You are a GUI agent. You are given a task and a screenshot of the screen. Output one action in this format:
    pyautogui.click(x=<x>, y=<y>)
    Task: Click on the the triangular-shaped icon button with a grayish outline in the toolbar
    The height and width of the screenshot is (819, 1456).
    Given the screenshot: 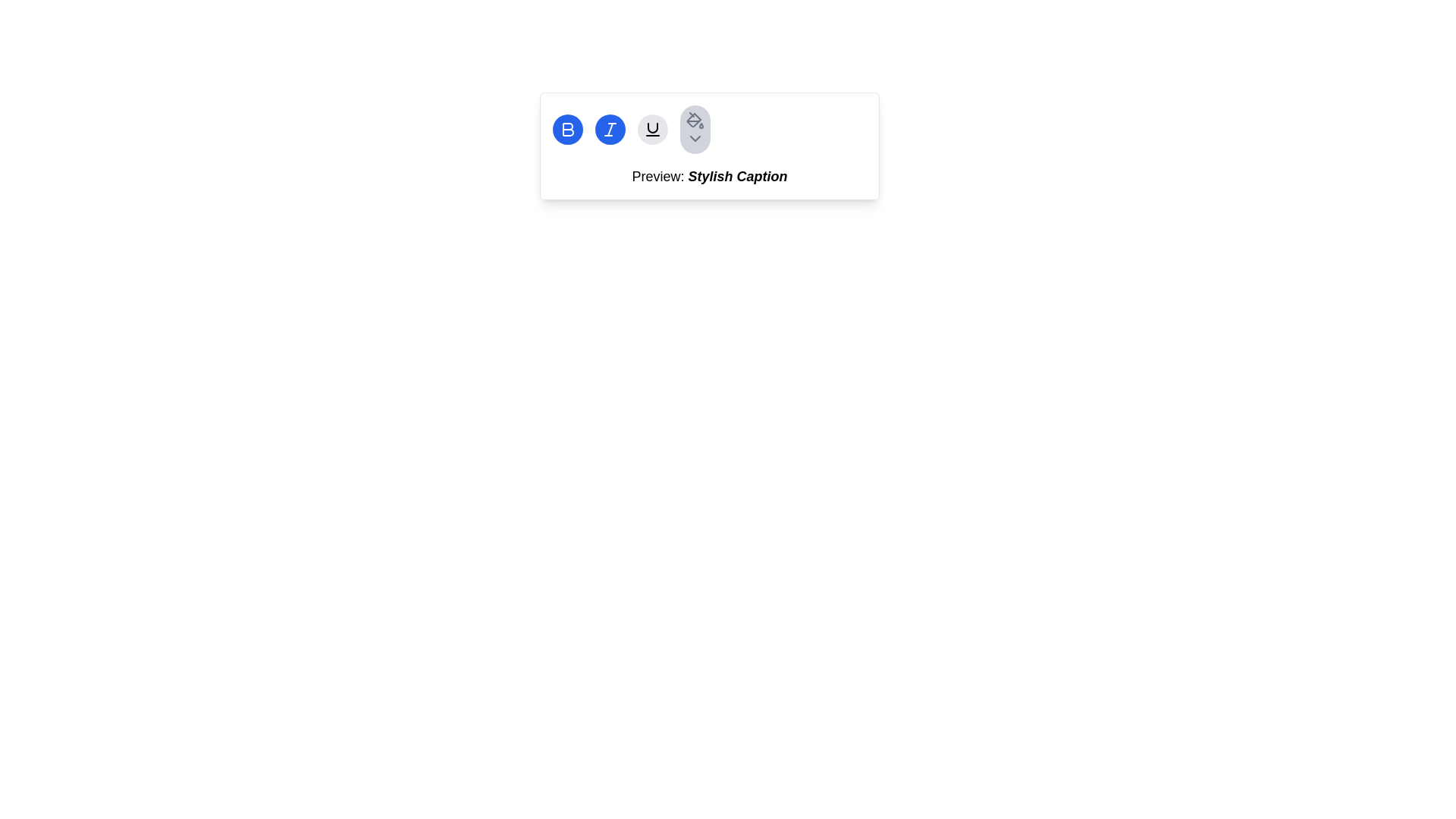 What is the action you would take?
    pyautogui.click(x=693, y=119)
    